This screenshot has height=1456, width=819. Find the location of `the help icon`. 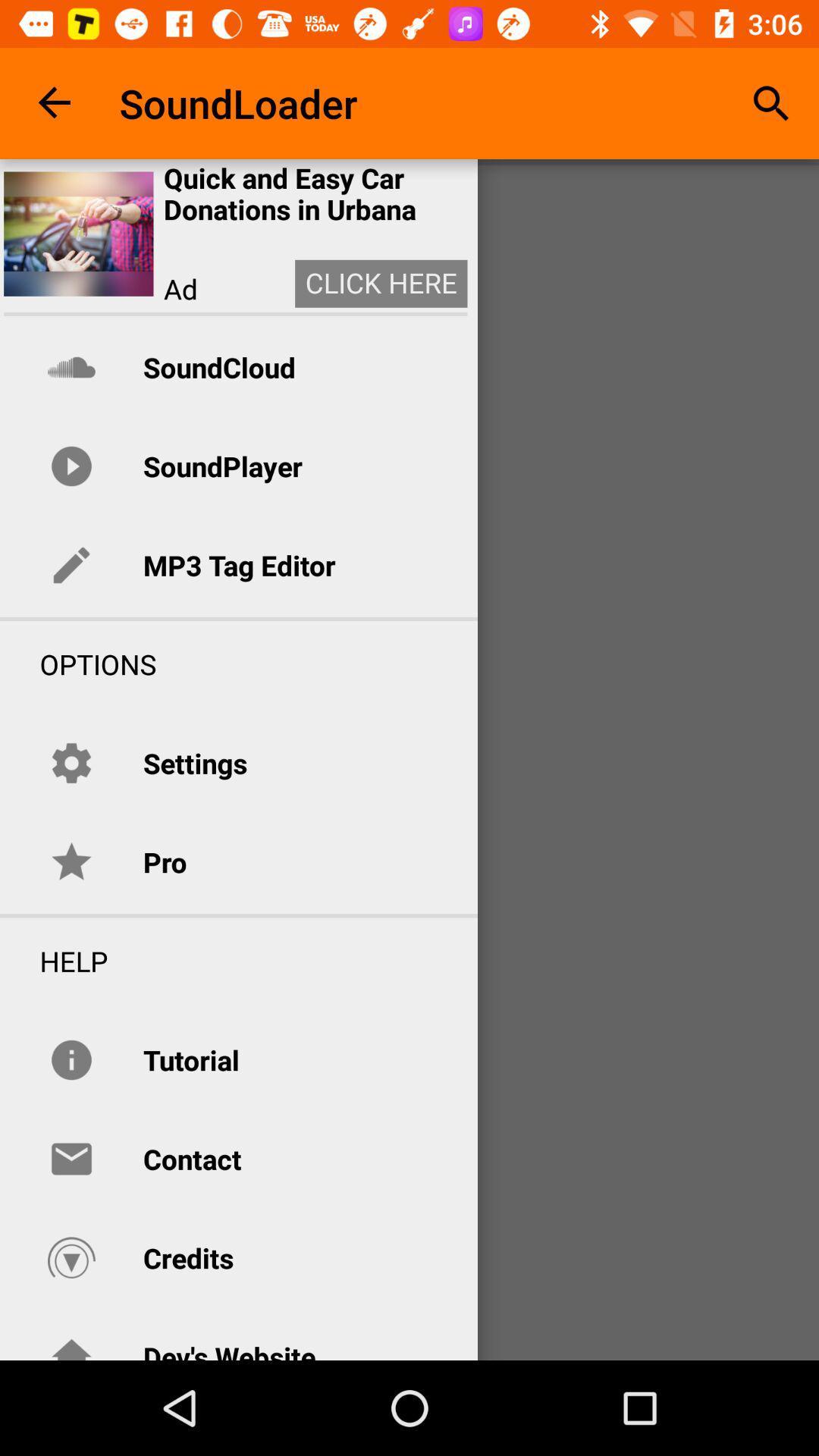

the help icon is located at coordinates (53, 960).